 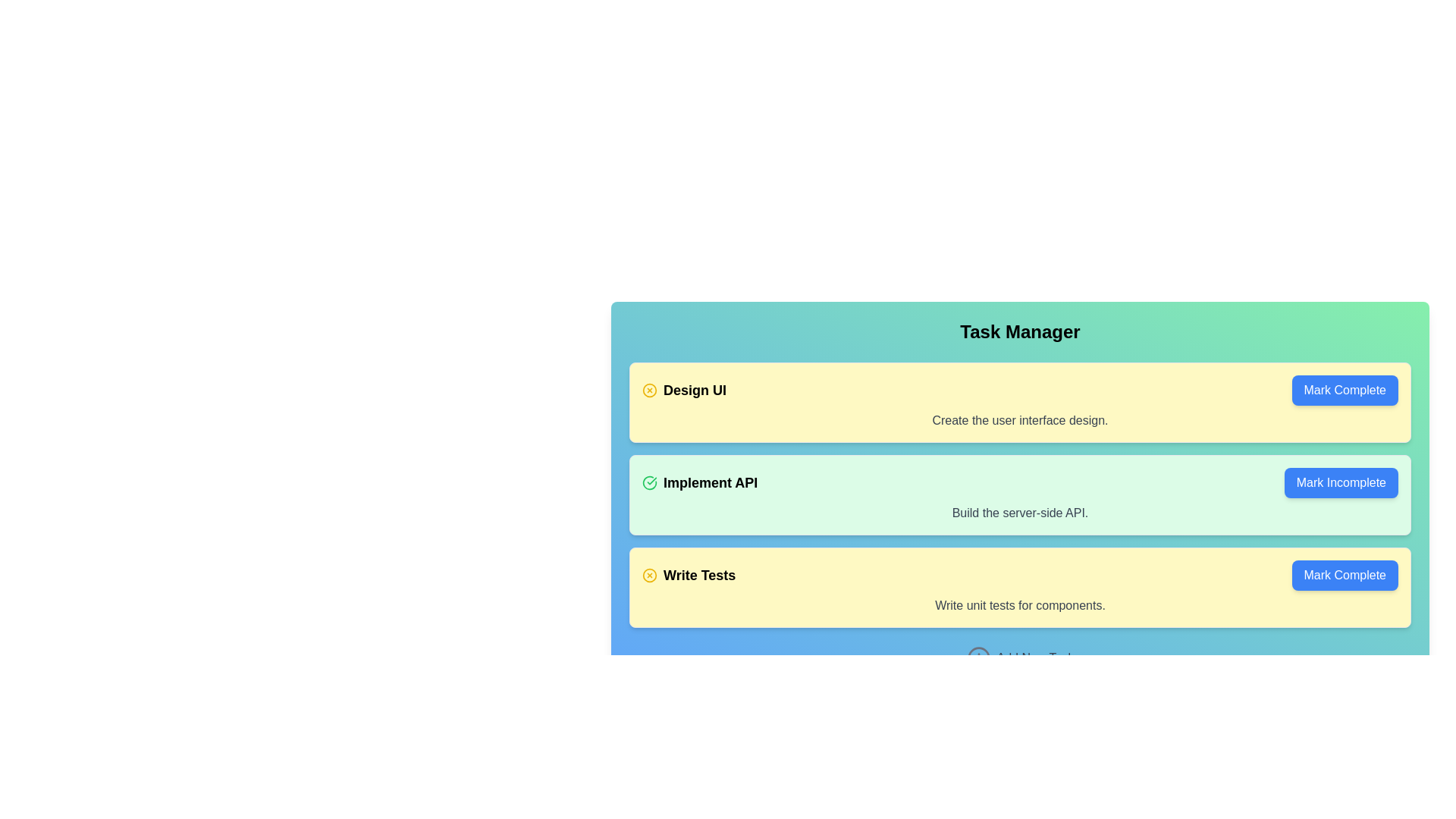 I want to click on the innermost circle graphic element within the SVG, located below the 'Write Tests' section in the task list, so click(x=978, y=657).